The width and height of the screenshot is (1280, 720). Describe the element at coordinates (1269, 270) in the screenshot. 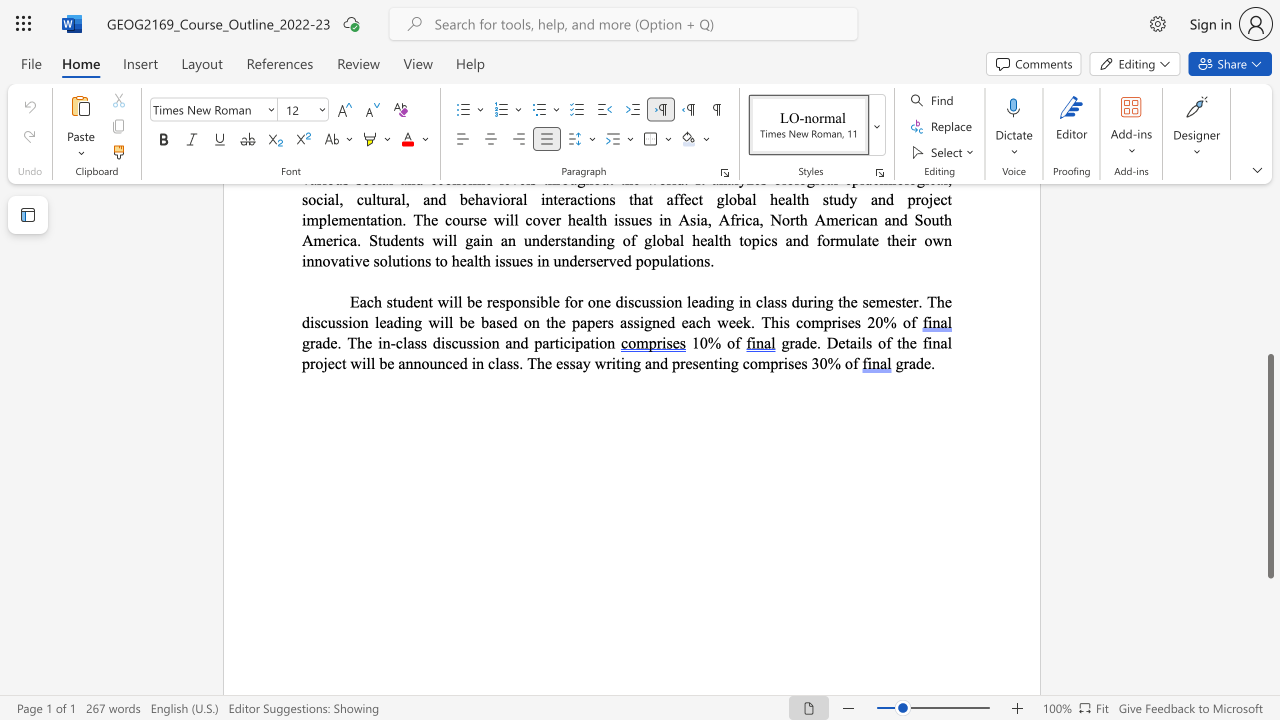

I see `the scrollbar to move the page upward` at that location.